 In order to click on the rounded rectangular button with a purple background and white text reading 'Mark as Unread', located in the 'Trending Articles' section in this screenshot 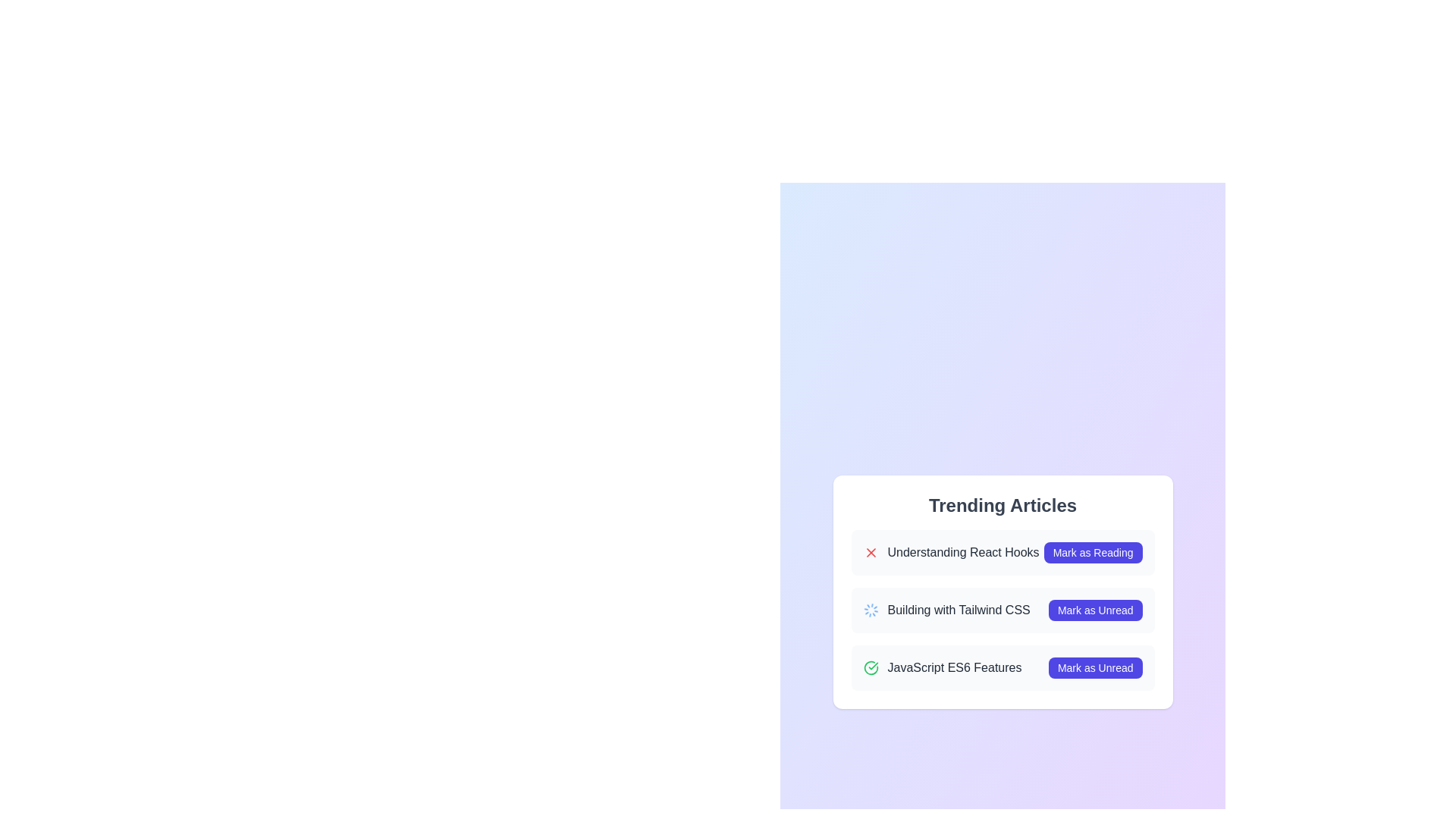, I will do `click(1095, 667)`.